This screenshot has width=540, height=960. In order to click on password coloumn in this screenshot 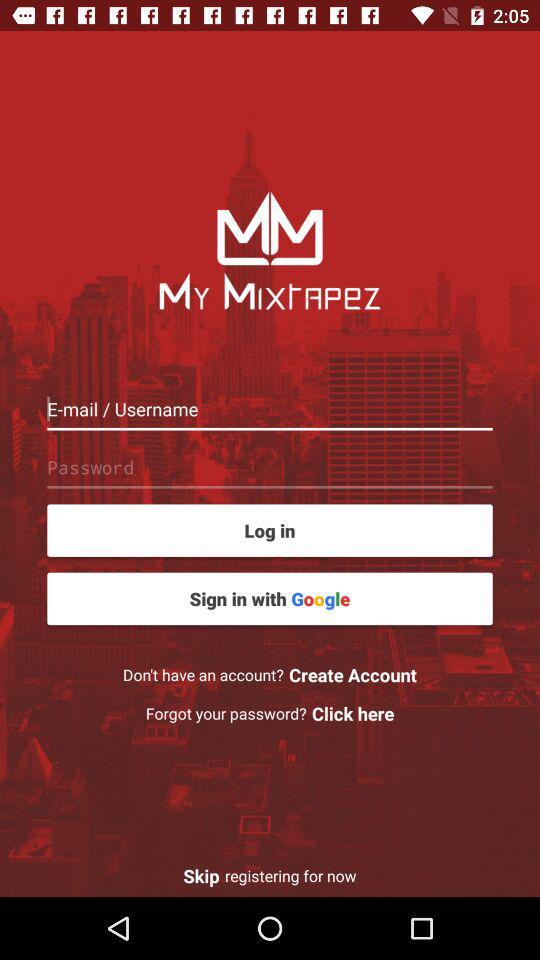, I will do `click(270, 467)`.